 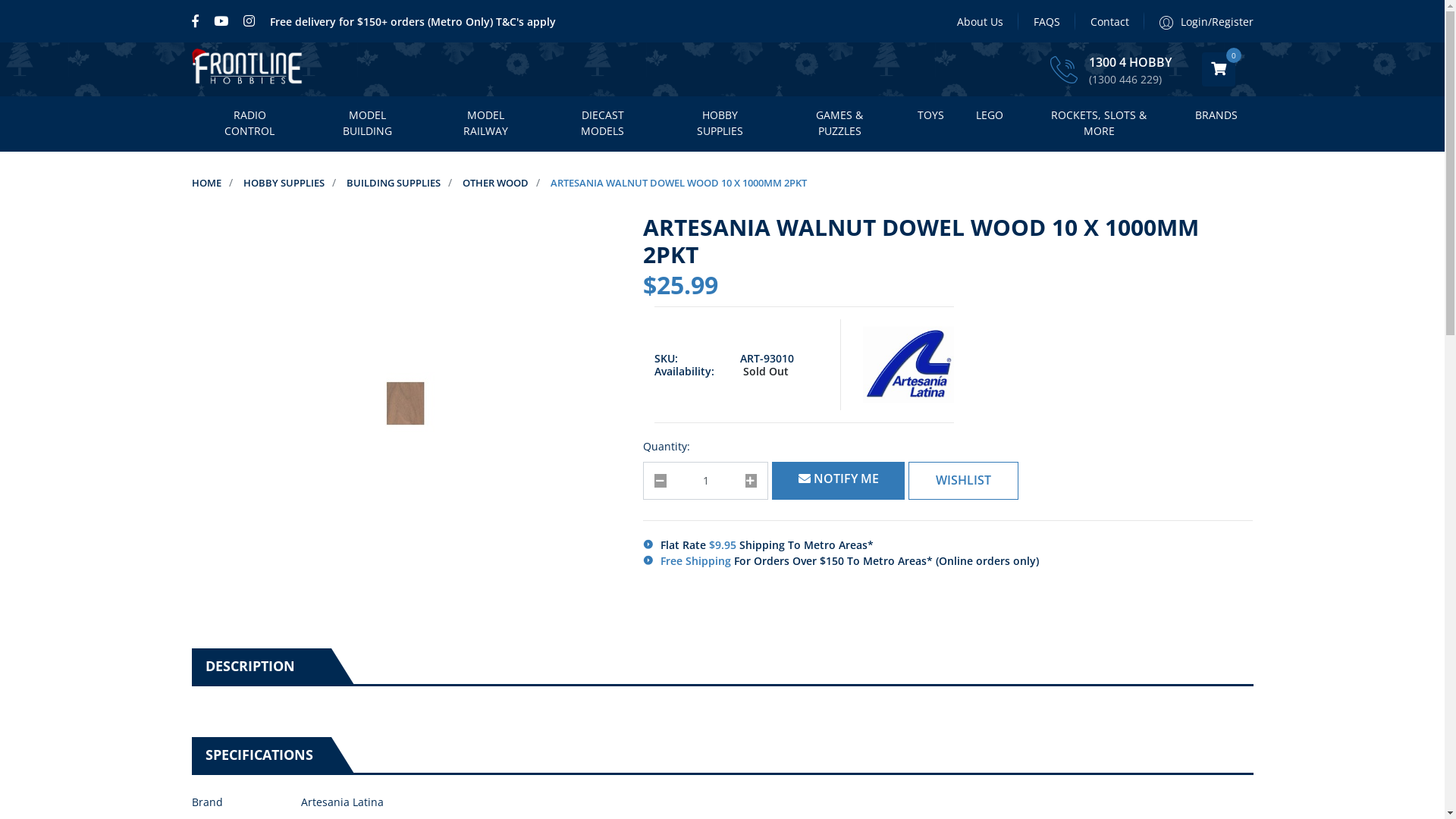 I want to click on 'Login/Register', so click(x=1197, y=20).